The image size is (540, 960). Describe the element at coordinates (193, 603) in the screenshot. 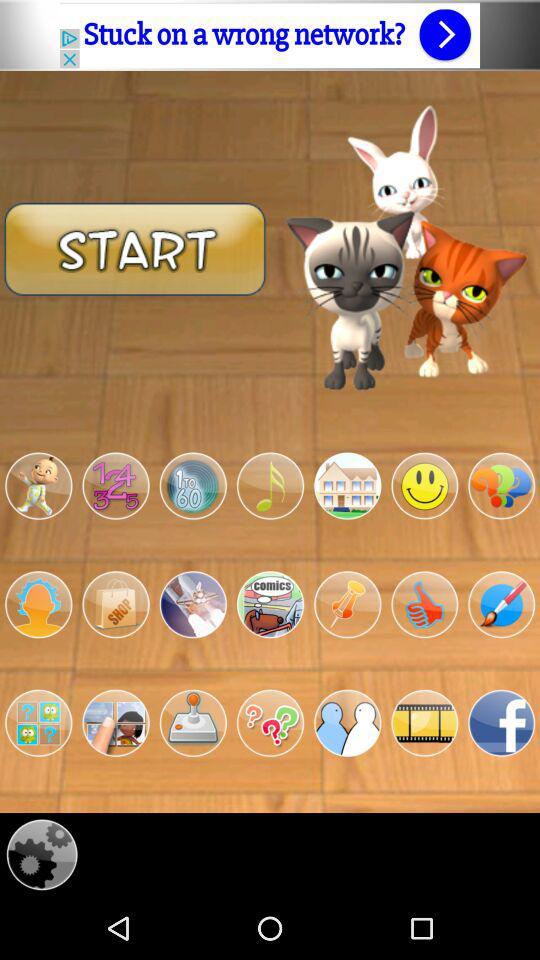

I see `snow app` at that location.